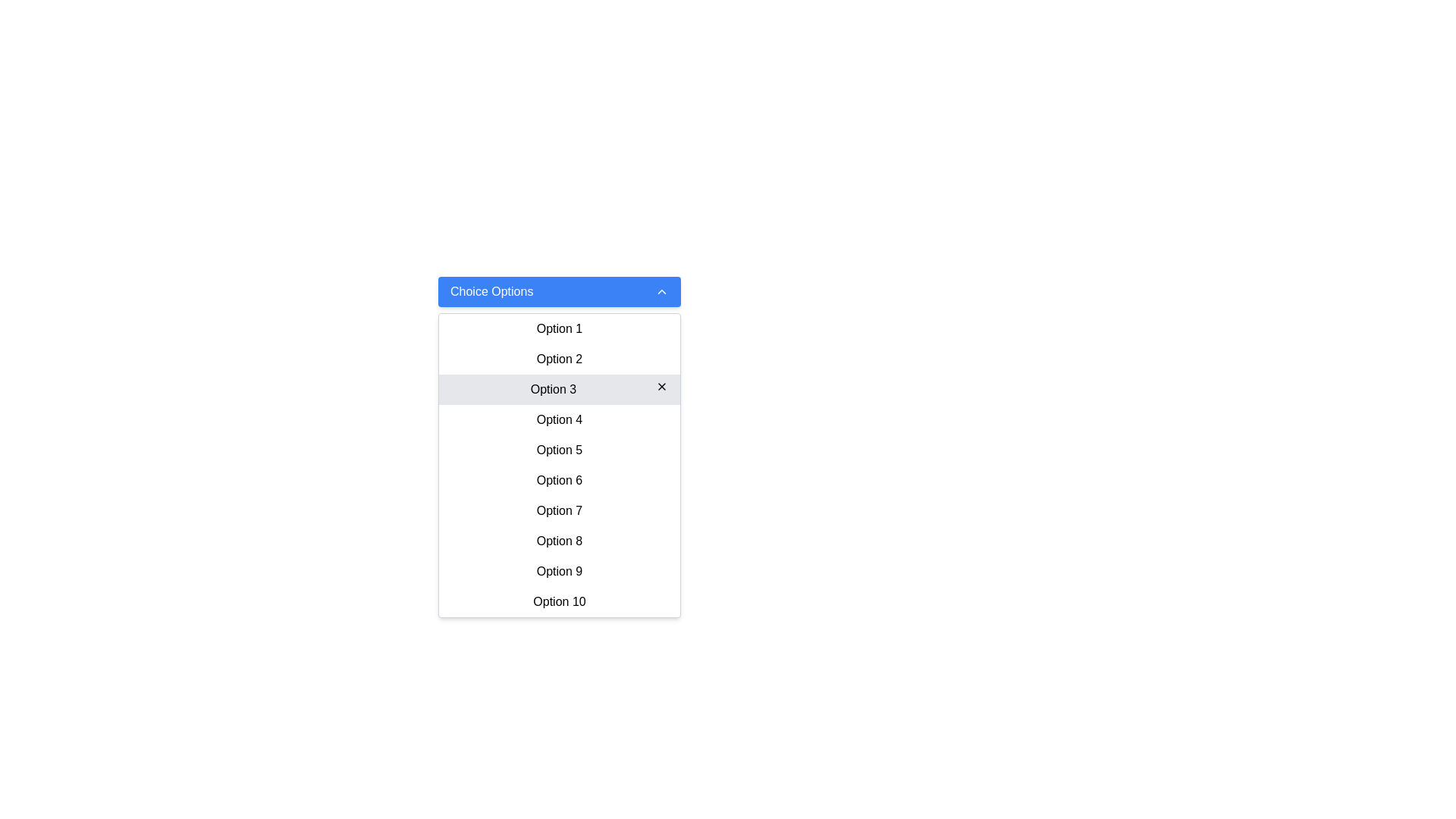  I want to click on the 'Option 2' in the 'Choice Options' dropdown menu, so click(559, 359).